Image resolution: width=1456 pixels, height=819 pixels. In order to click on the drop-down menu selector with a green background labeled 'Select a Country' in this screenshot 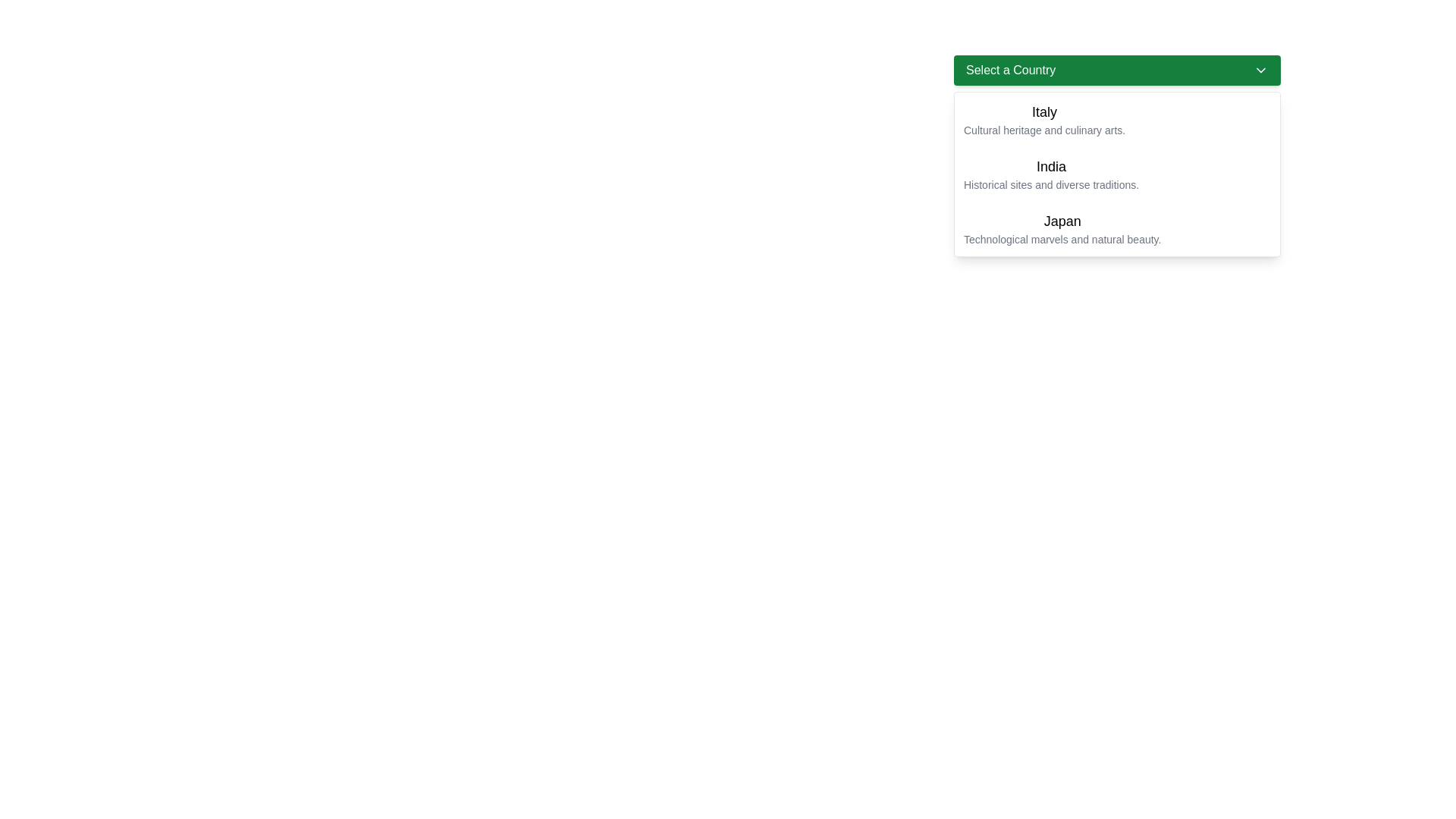, I will do `click(1117, 84)`.